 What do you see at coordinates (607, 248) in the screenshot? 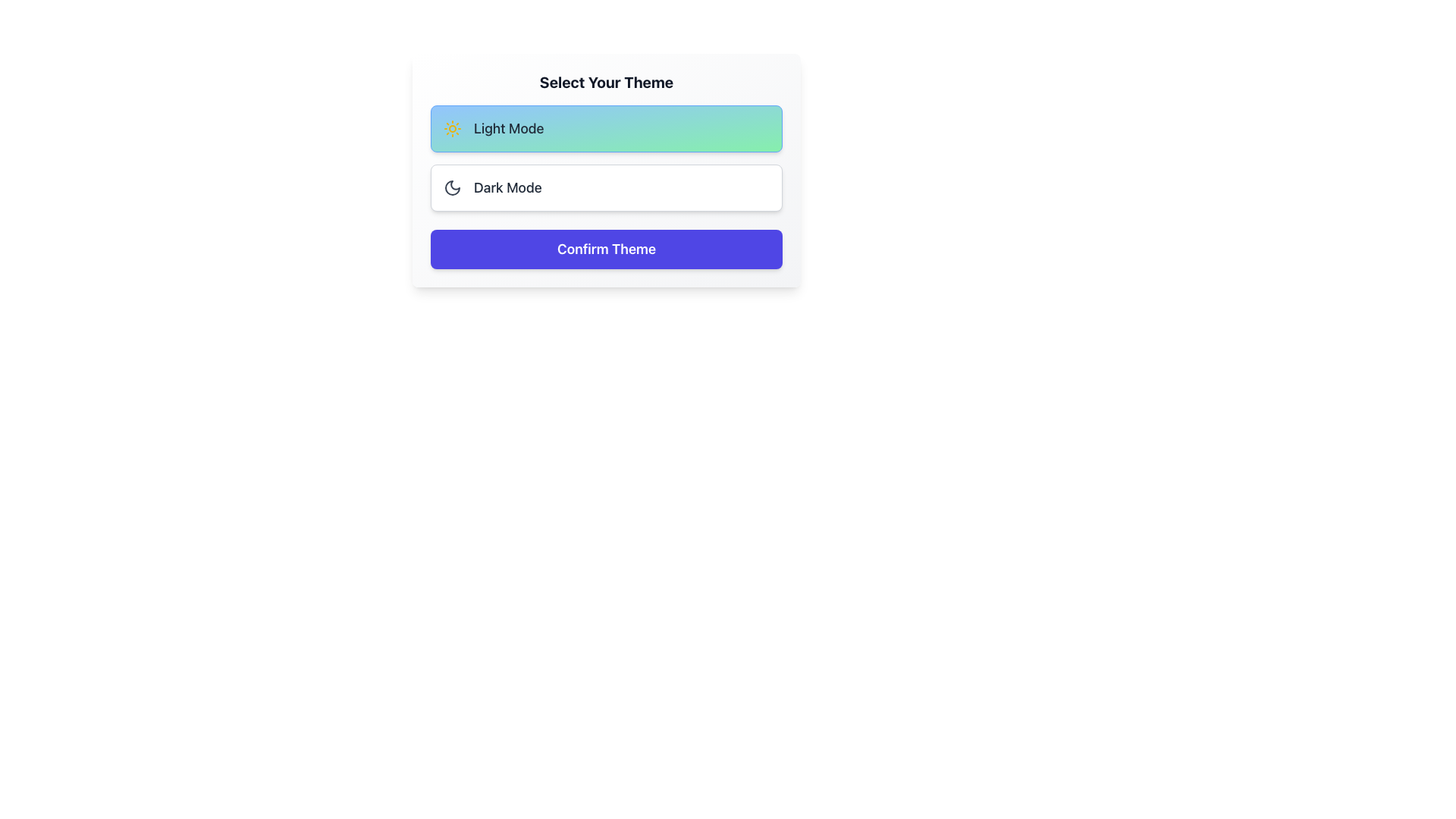
I see `the 'Confirm Theme' button, which is a rectangular button with rounded corners and a vibrant indigo background` at bounding box center [607, 248].